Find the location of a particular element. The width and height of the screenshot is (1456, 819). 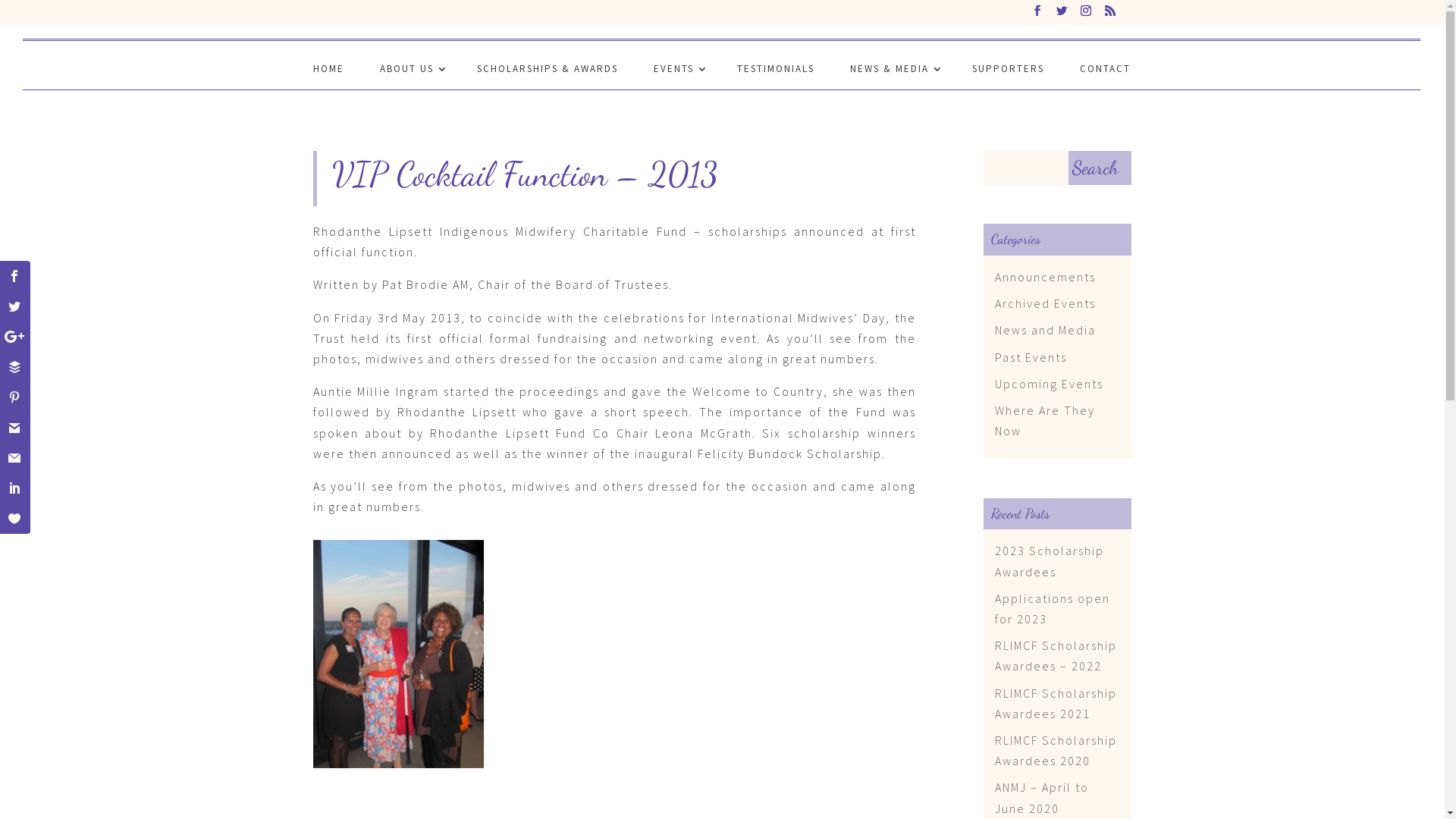

'RLIMCF Scholarship Awardees 2020' is located at coordinates (994, 749).